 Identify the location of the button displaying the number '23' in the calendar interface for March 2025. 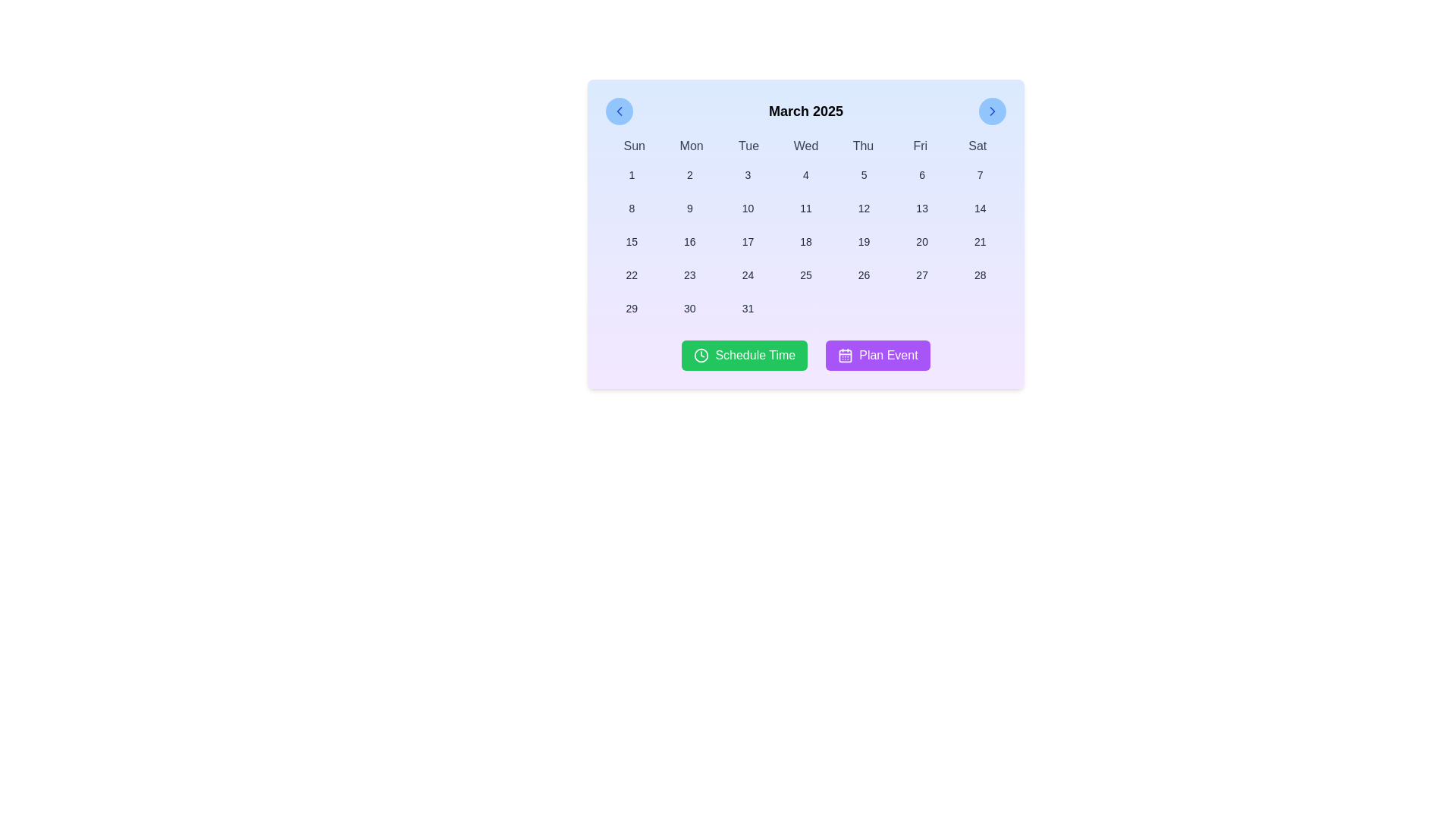
(689, 275).